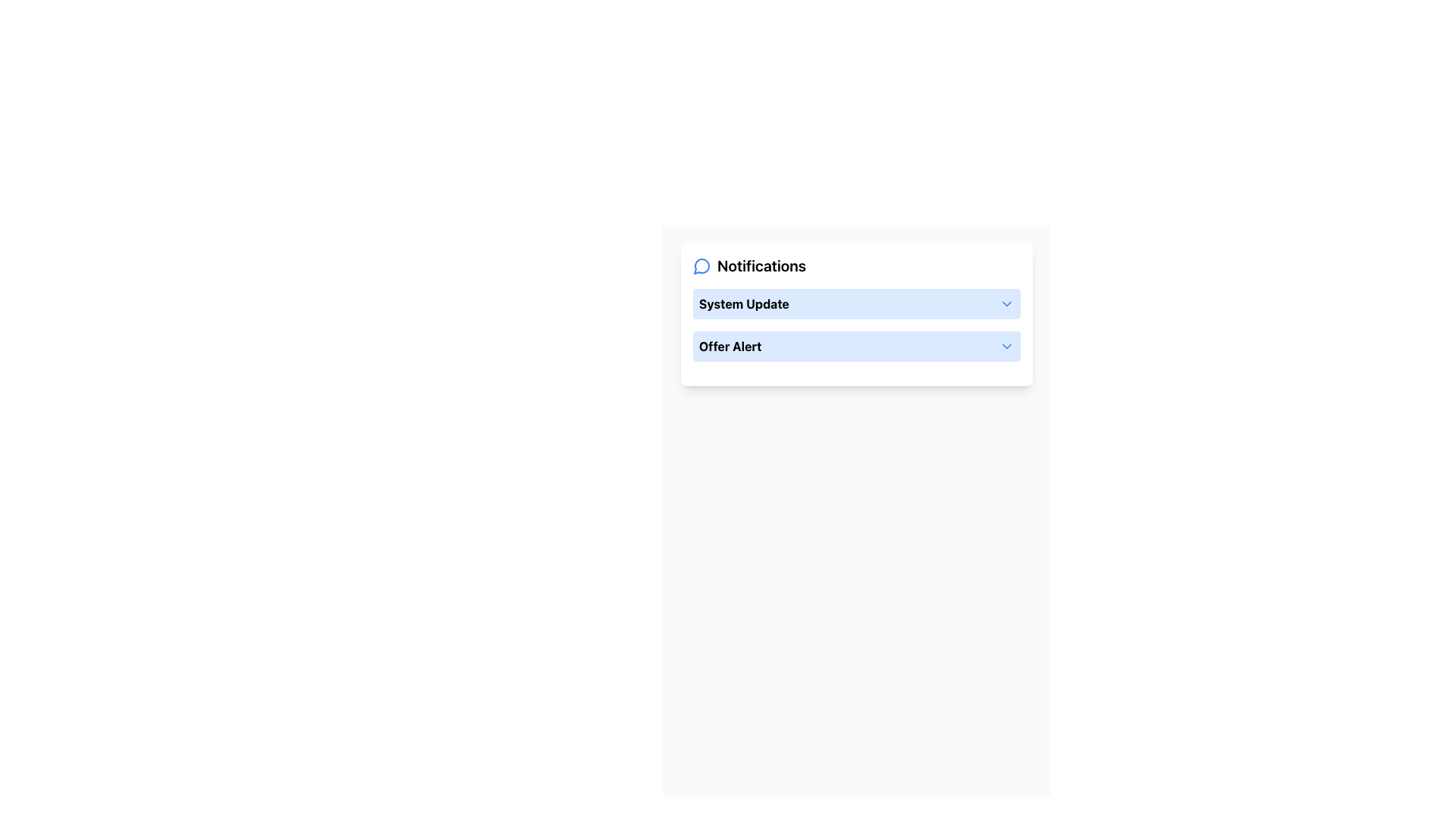  I want to click on the chevron icon located to the far right of the 'Offer Alert' section, so click(1007, 346).